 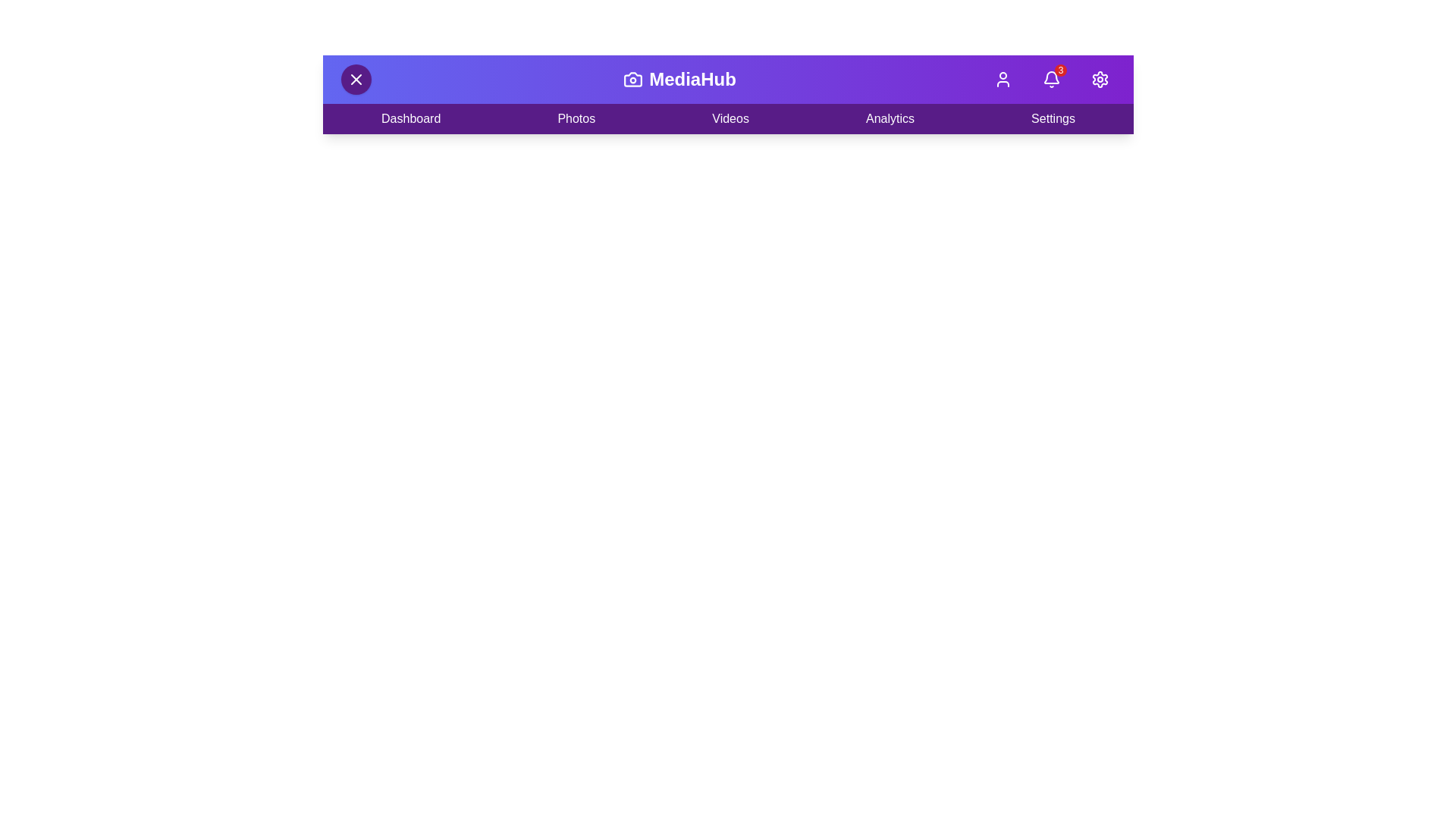 I want to click on the 'Photos' menu item in the navigation bar, so click(x=575, y=118).